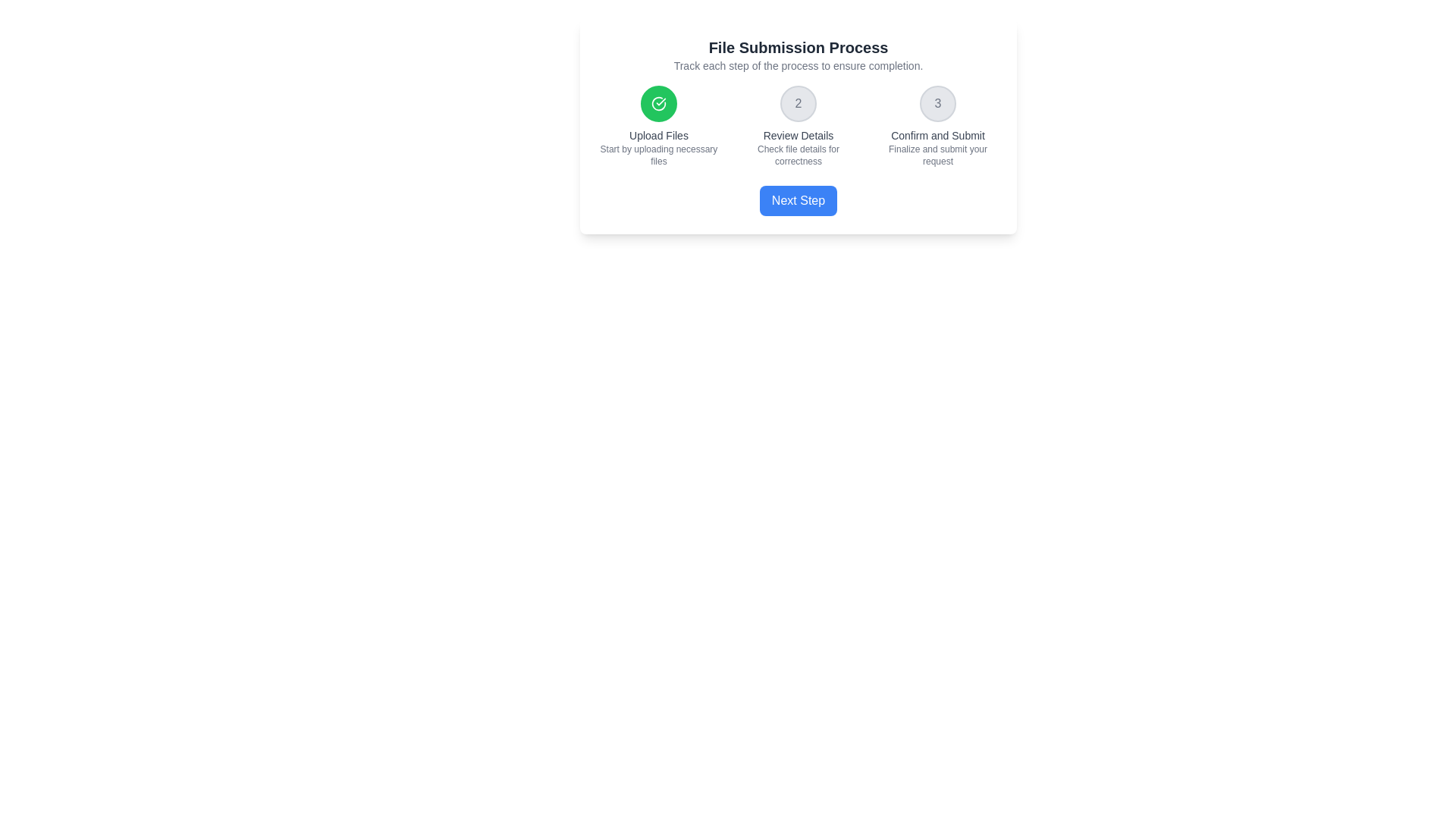 The height and width of the screenshot is (819, 1456). Describe the element at coordinates (797, 125) in the screenshot. I see `the second step of the Interactive Step Indicator` at that location.